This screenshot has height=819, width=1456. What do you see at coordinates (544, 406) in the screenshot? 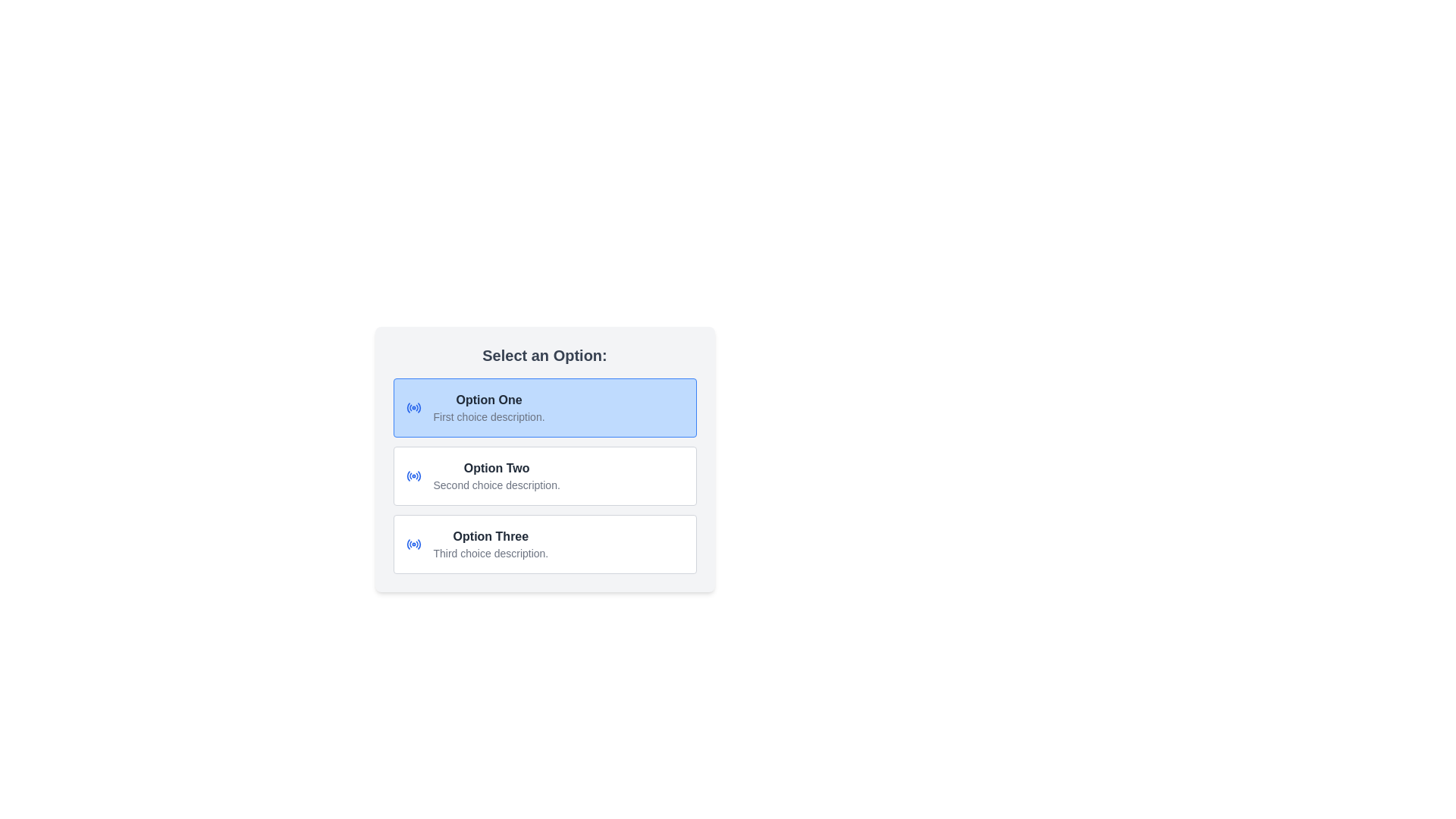
I see `the 'Option One' radio button in the selection group` at bounding box center [544, 406].